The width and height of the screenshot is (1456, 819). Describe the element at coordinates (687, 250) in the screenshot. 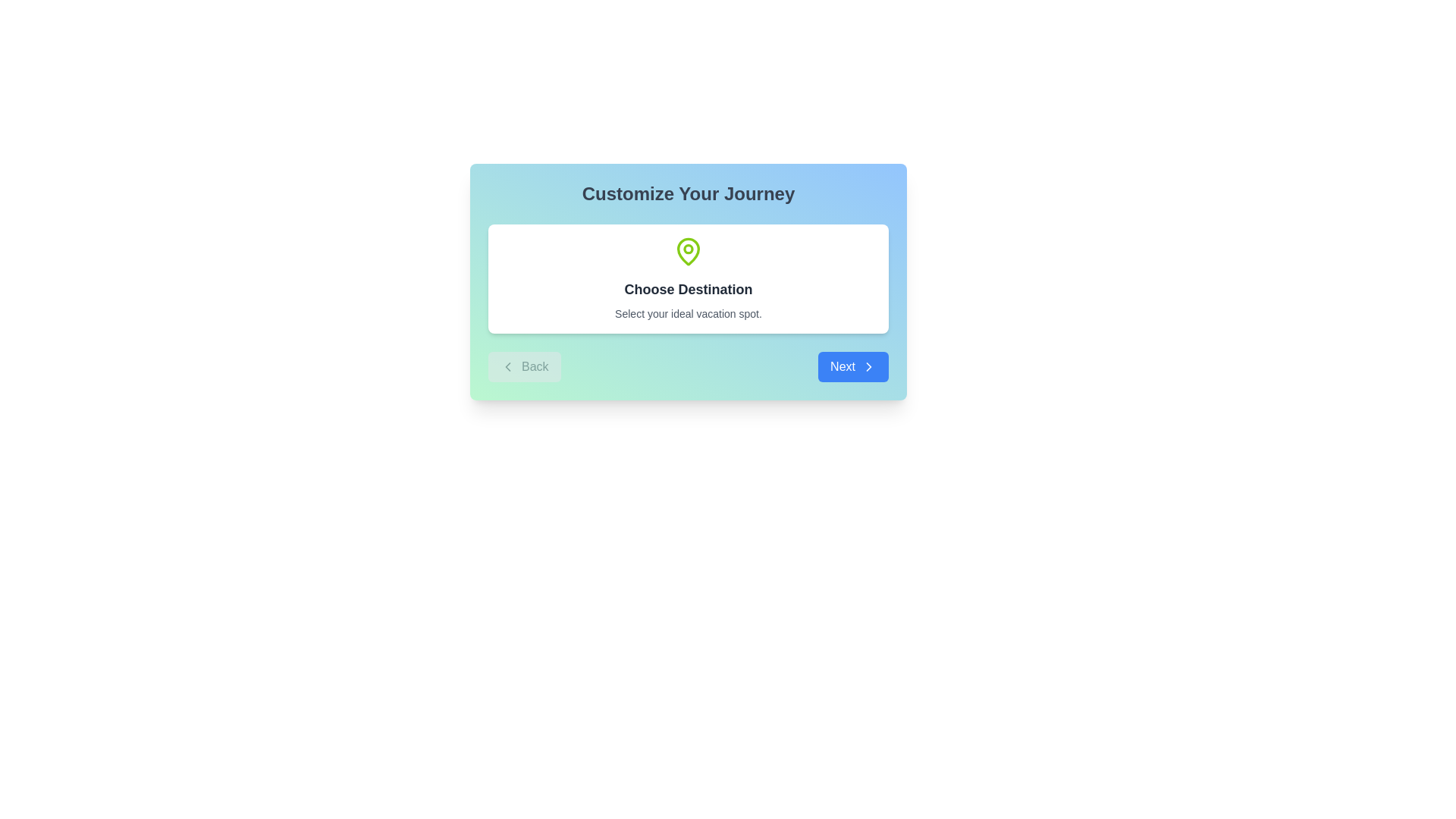

I see `the location marker icon that indicates geographical points, positioned centrally above the 'Choose Destination' text label` at that location.